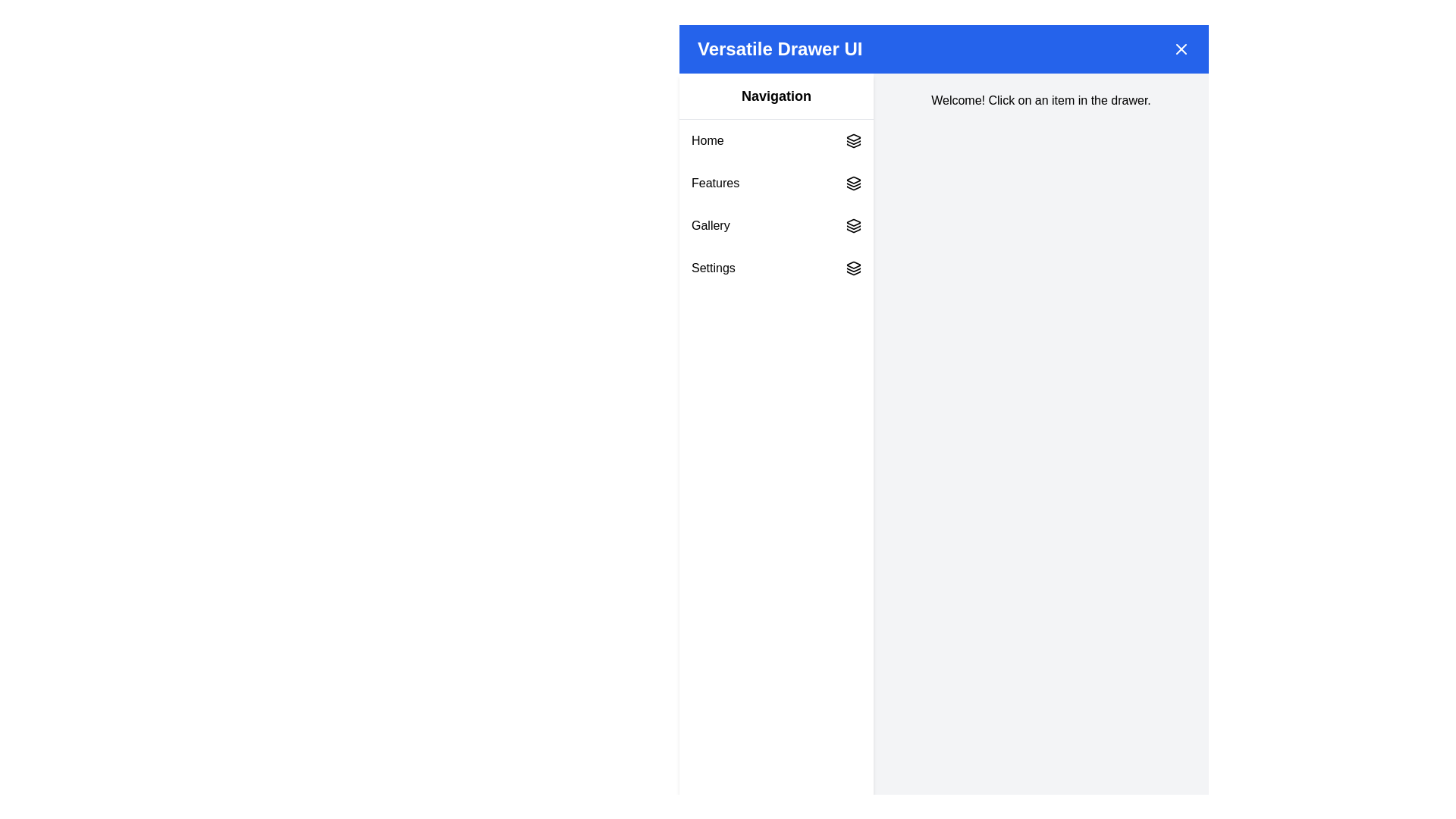 The height and width of the screenshot is (819, 1456). Describe the element at coordinates (776, 225) in the screenshot. I see `the third button in the vertical navigation menu` at that location.